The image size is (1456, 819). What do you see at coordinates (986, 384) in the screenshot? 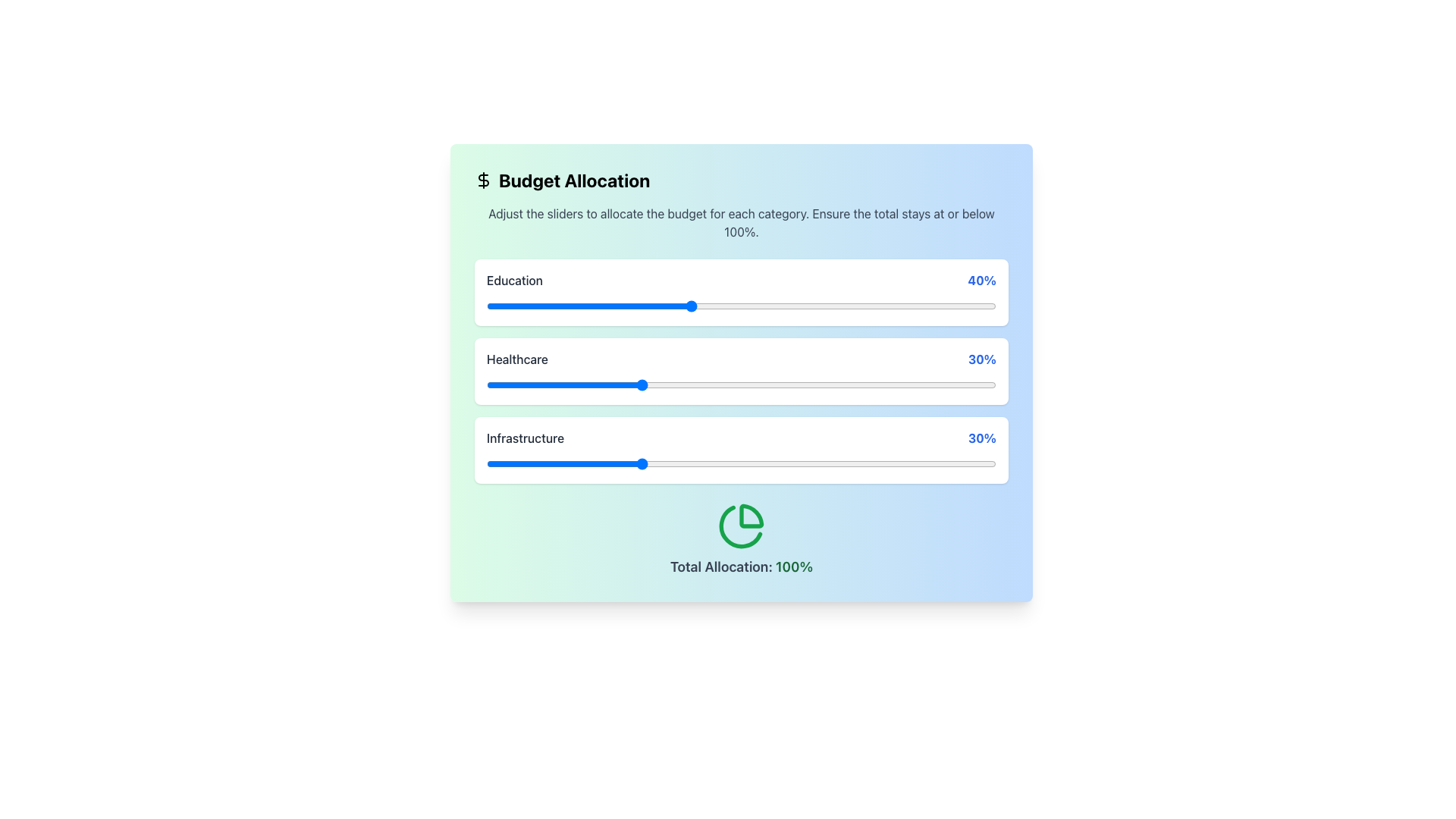
I see `healthcare allocation` at bounding box center [986, 384].